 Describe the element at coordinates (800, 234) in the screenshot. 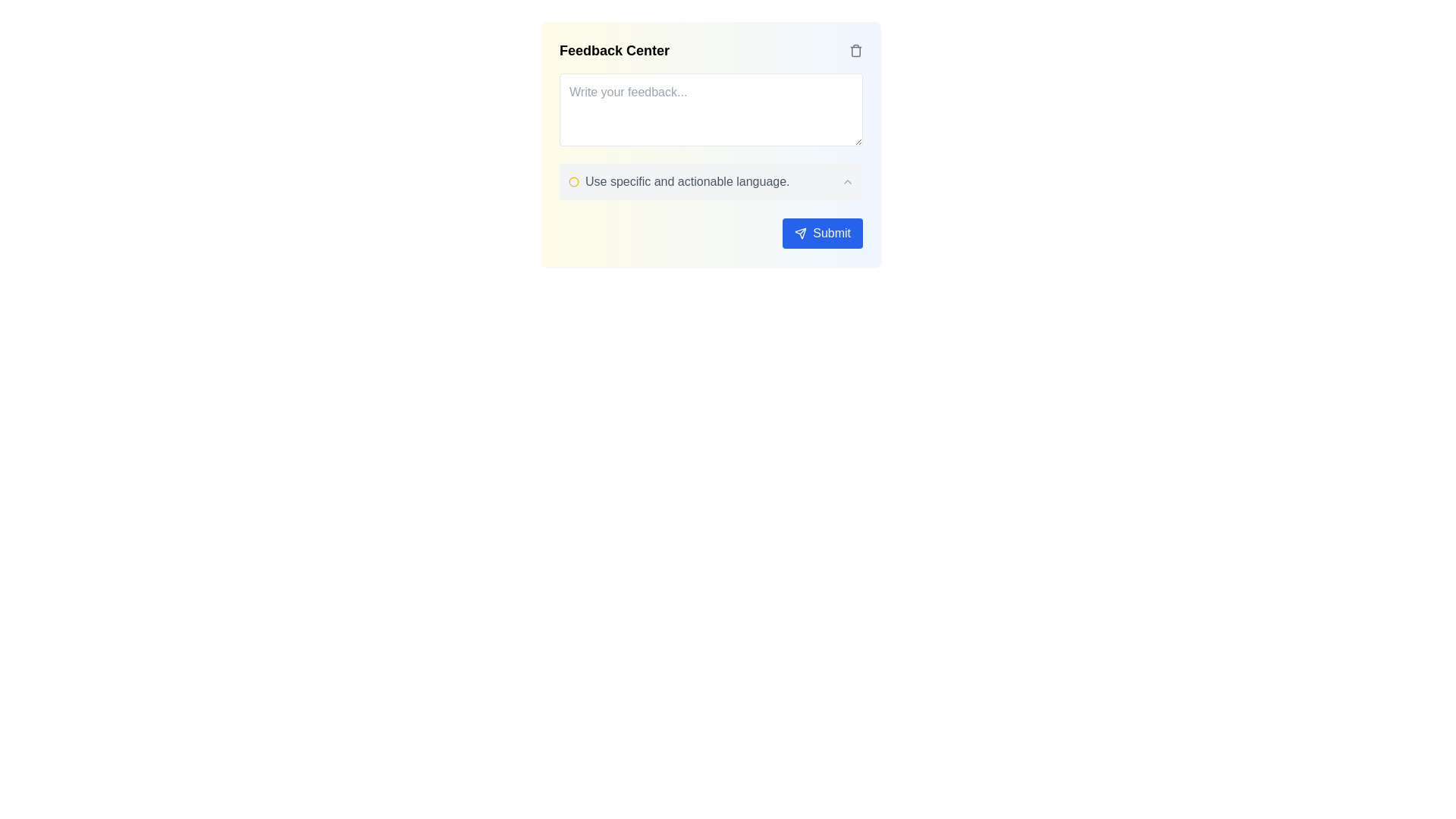

I see `the 'Submit' button located in the lower-right portion of the interface, which includes a decorative SVG icon to the left of the 'Submit' text` at that location.